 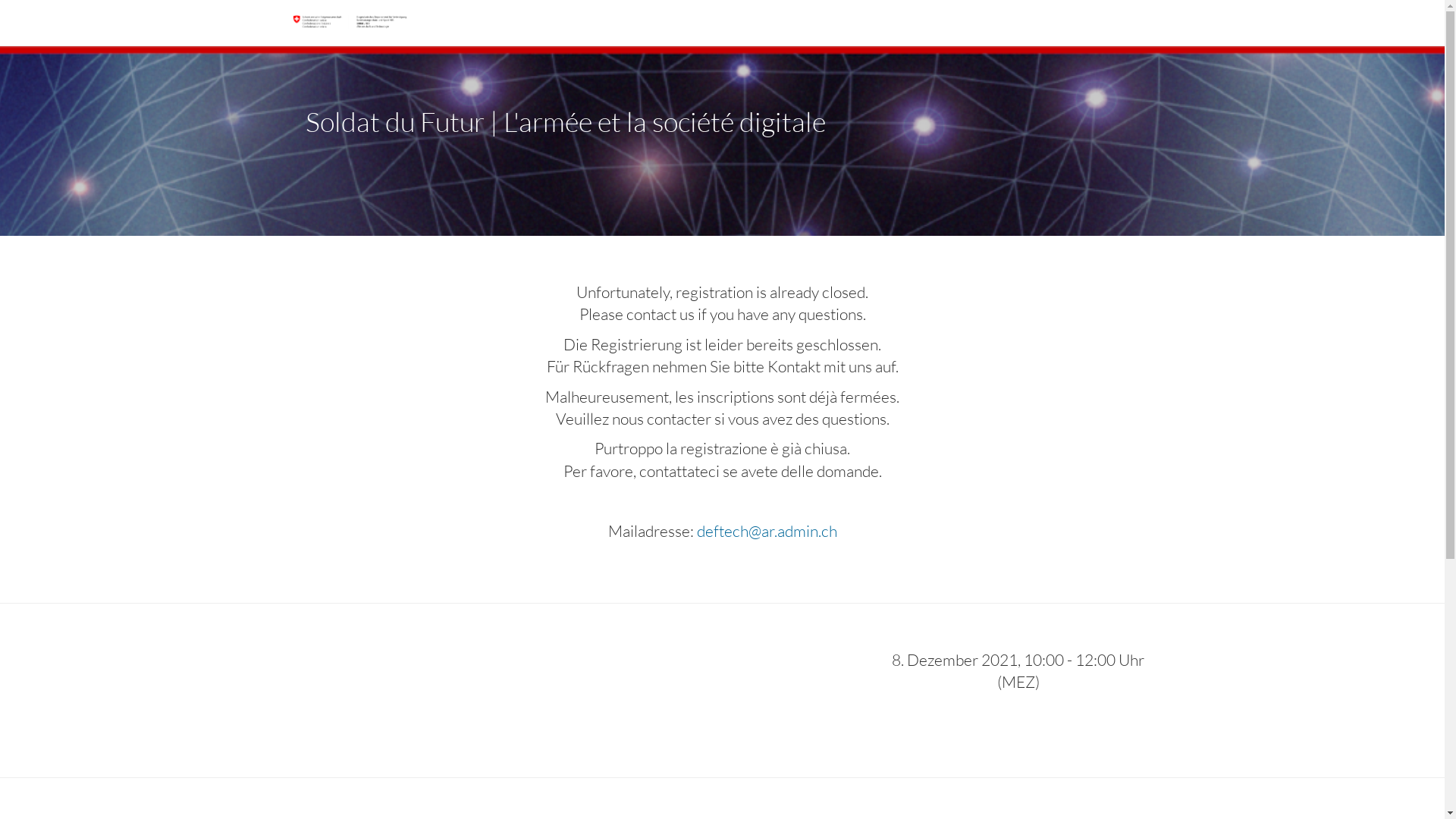 What do you see at coordinates (695, 529) in the screenshot?
I see `'deftech@ar.admin.ch'` at bounding box center [695, 529].